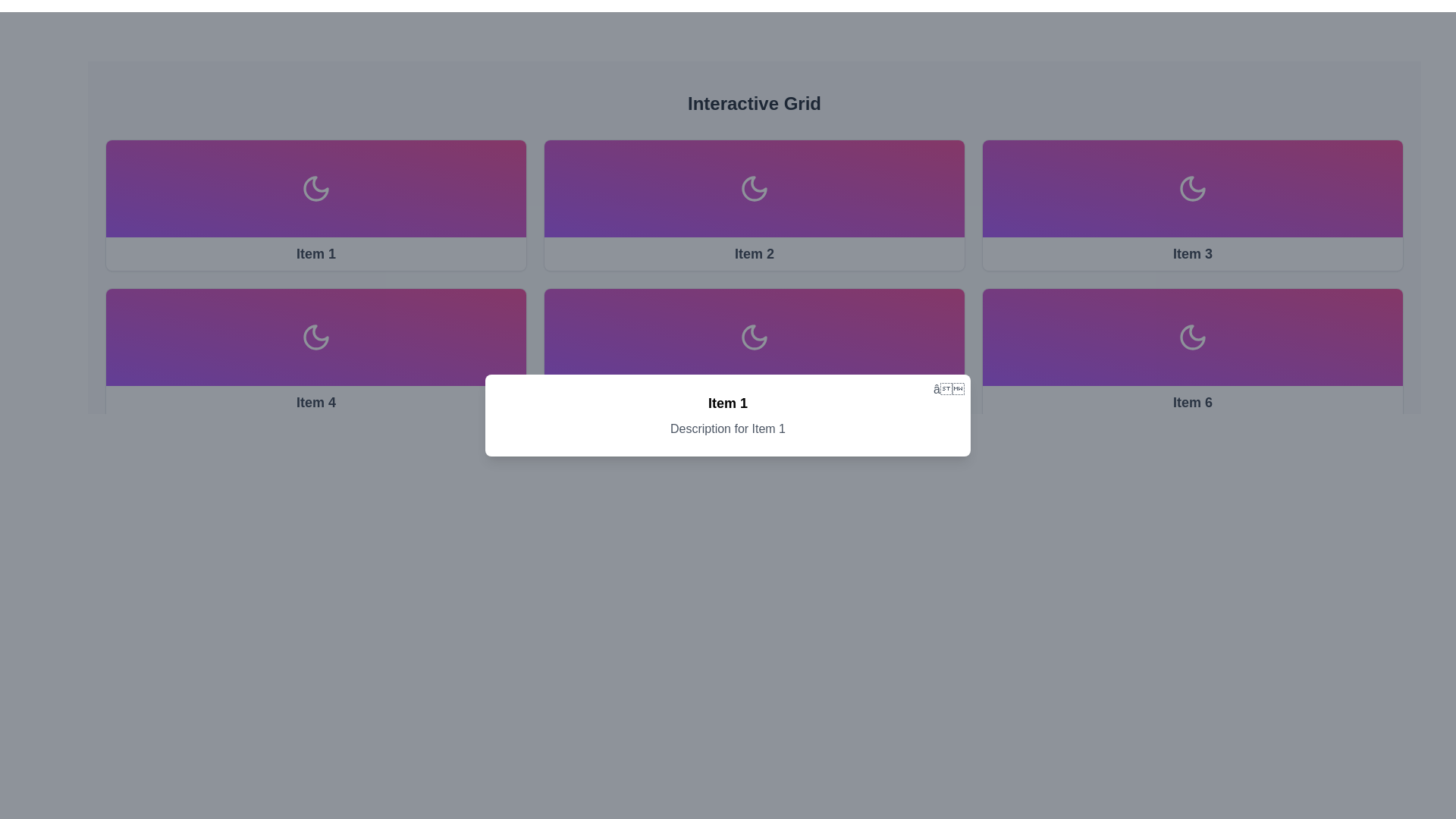 The width and height of the screenshot is (1456, 819). Describe the element at coordinates (754, 353) in the screenshot. I see `the Clickable card representing 'Item 5' located in the second row, second column of the grid` at that location.